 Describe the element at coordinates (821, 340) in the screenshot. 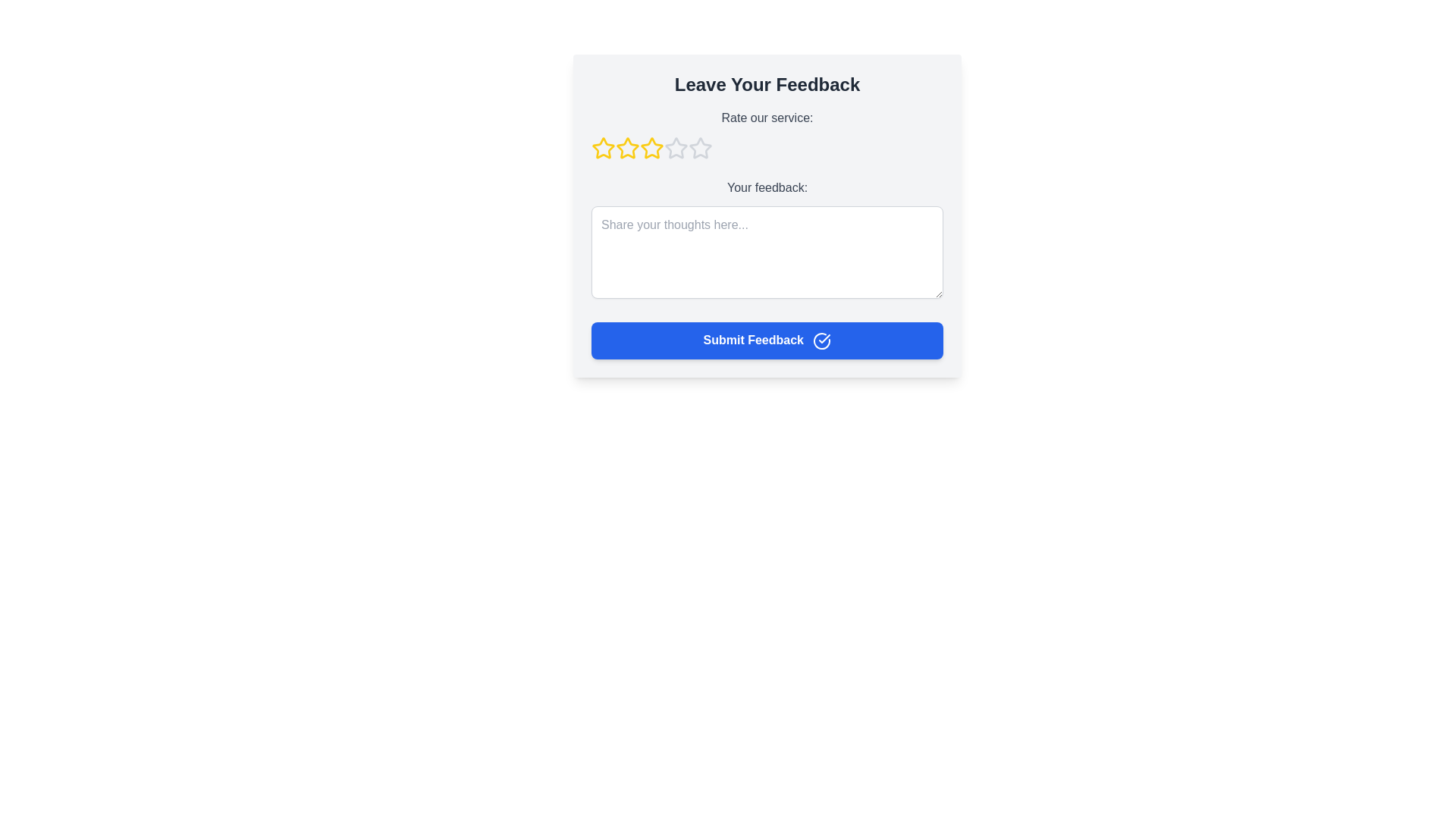

I see `the circular icon with a checkmark, which is displayed in white on a blue background, located to the right of the 'Submit Feedback' button` at that location.